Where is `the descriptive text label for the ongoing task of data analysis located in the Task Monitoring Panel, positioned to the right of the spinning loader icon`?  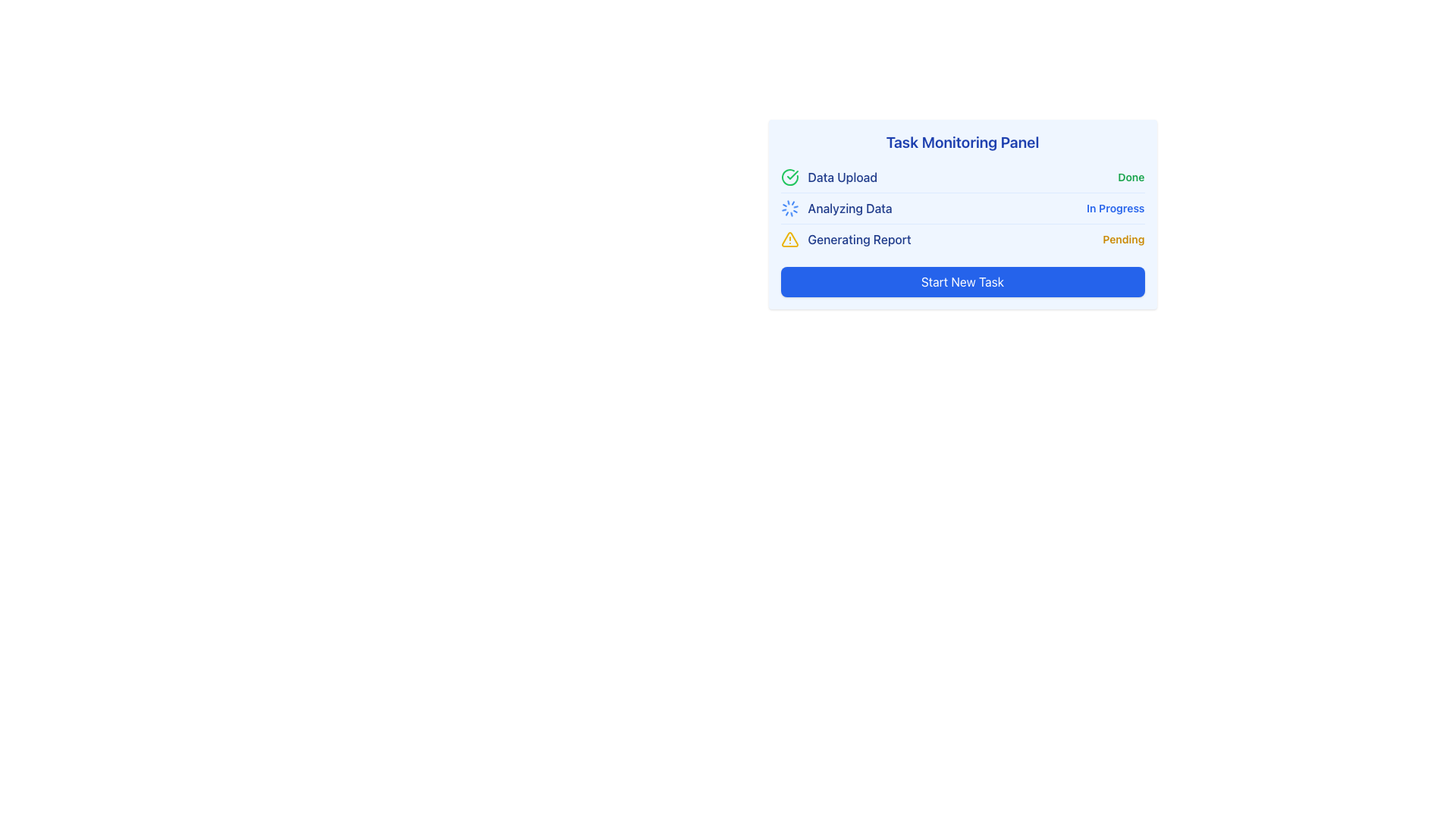
the descriptive text label for the ongoing task of data analysis located in the Task Monitoring Panel, positioned to the right of the spinning loader icon is located at coordinates (850, 208).